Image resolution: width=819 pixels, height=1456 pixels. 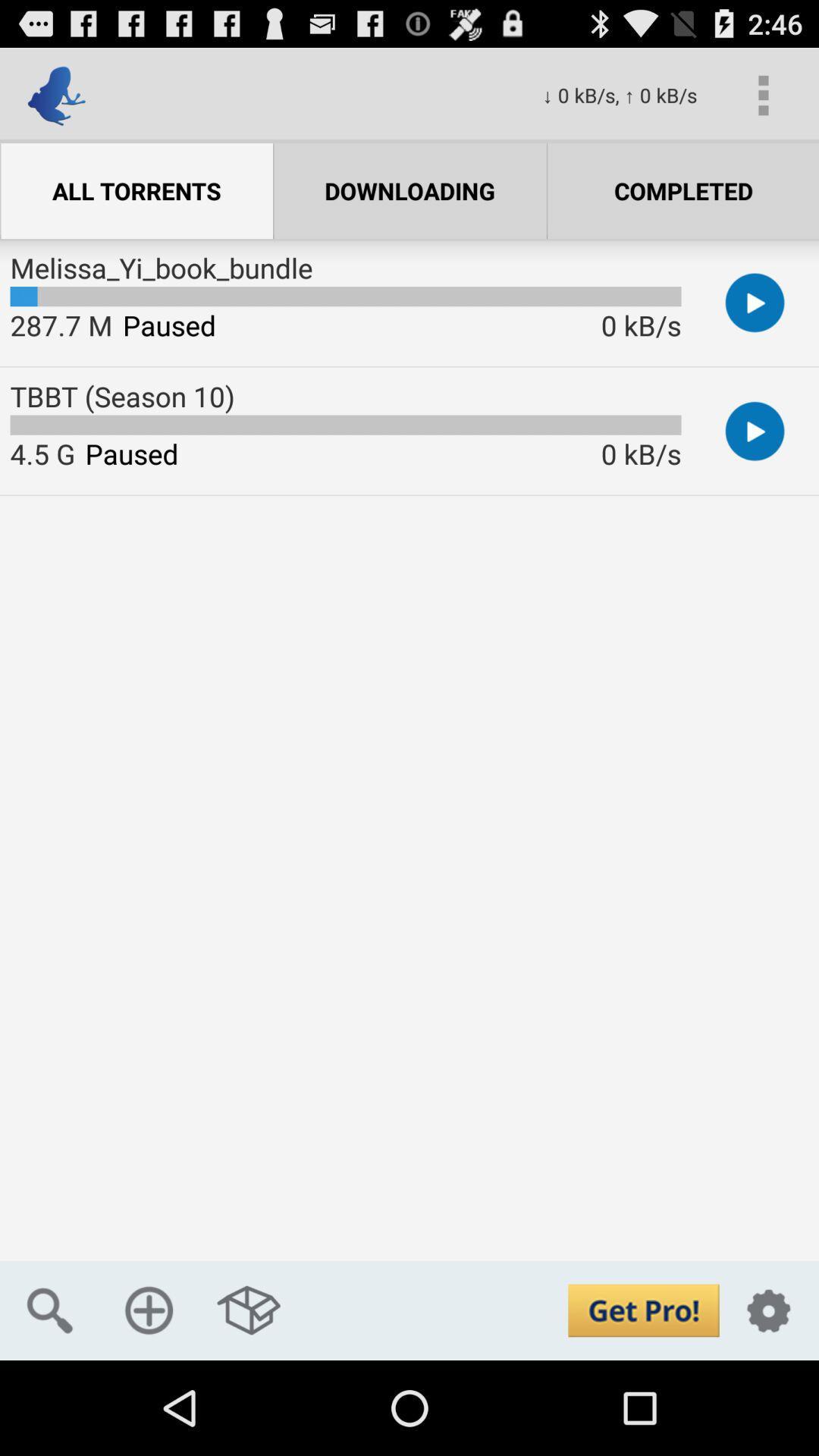 What do you see at coordinates (42, 453) in the screenshot?
I see `4.5 g item` at bounding box center [42, 453].